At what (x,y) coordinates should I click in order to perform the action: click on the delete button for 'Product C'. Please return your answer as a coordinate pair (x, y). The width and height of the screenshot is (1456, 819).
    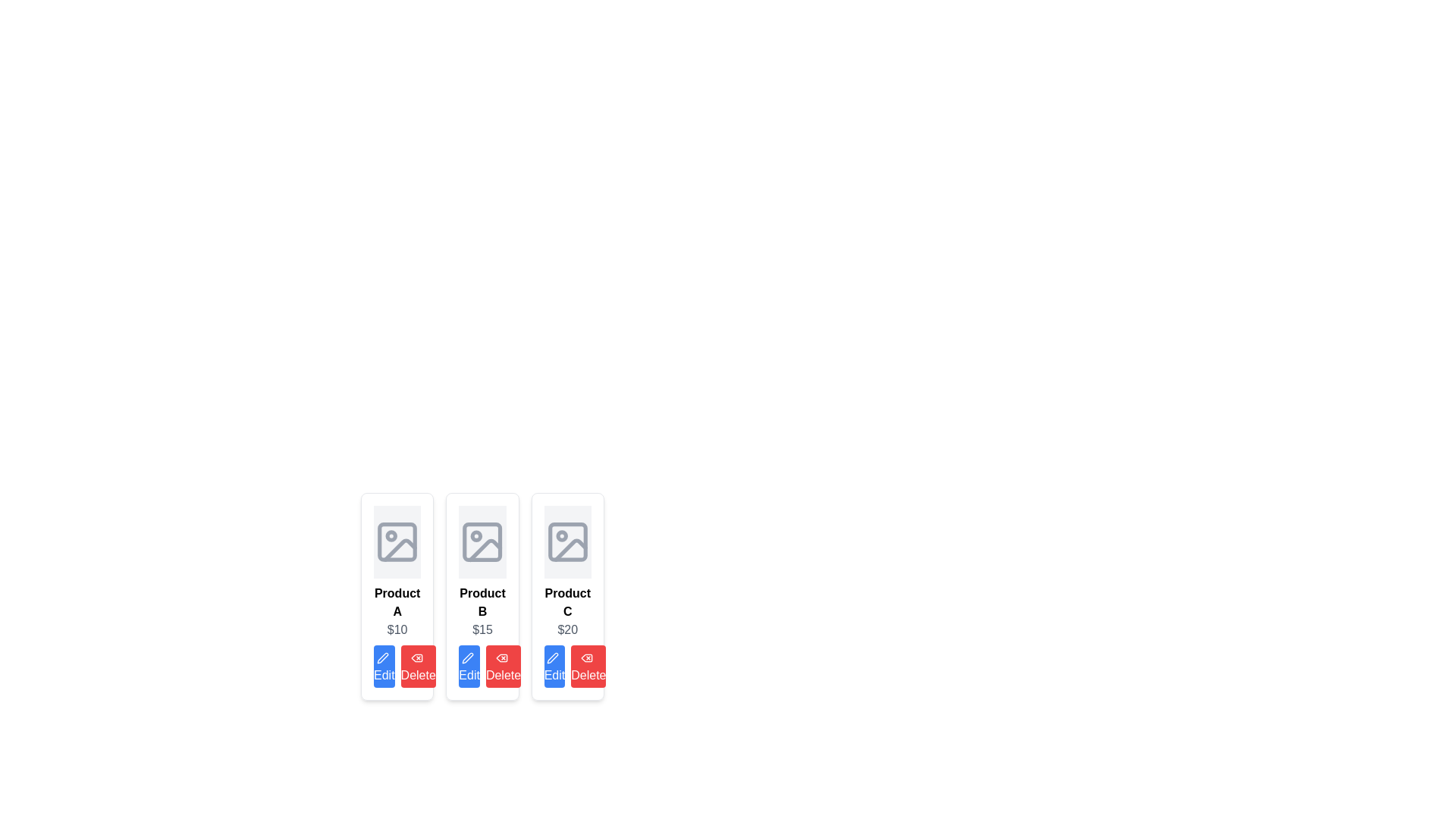
    Looking at the image, I should click on (588, 666).